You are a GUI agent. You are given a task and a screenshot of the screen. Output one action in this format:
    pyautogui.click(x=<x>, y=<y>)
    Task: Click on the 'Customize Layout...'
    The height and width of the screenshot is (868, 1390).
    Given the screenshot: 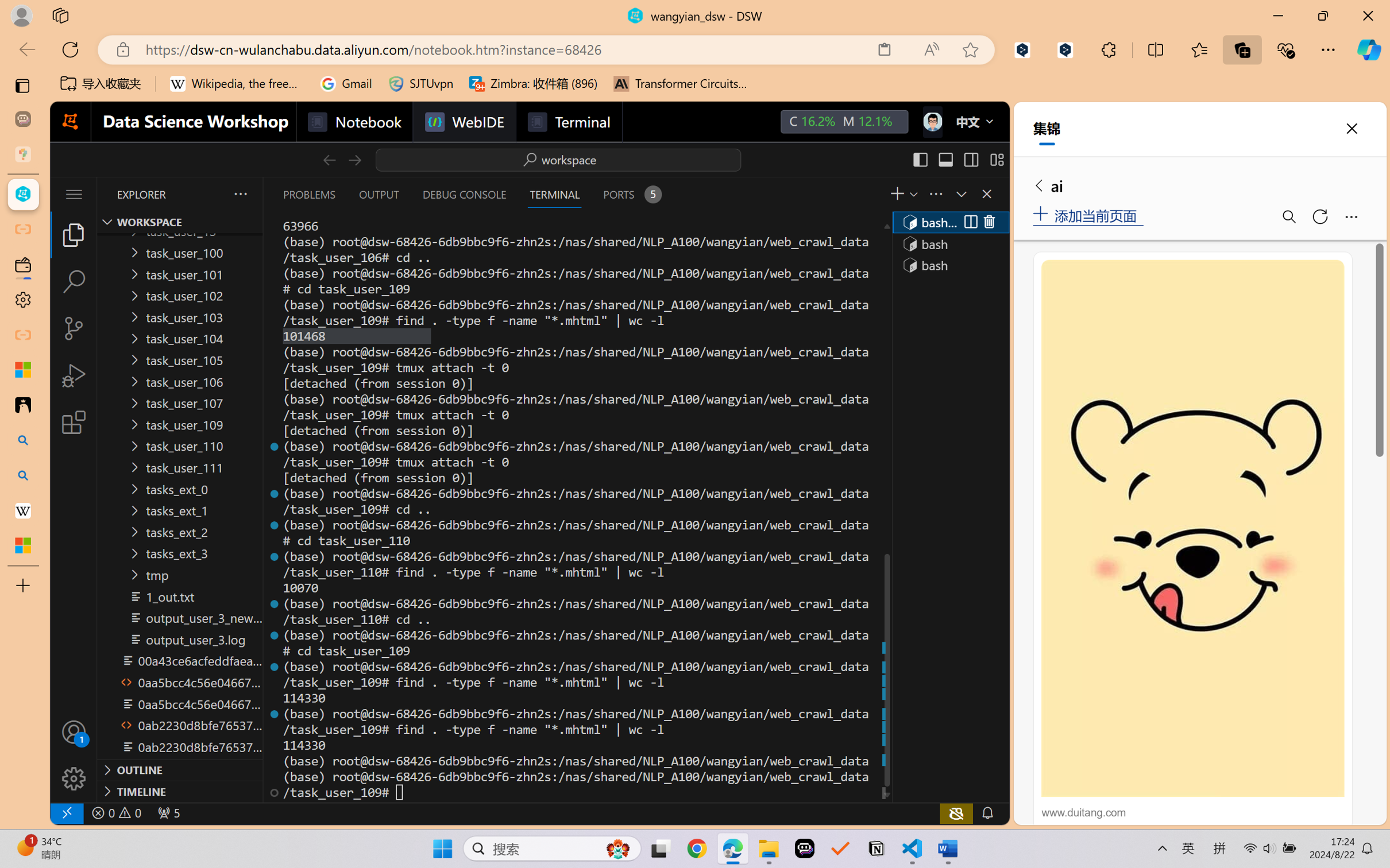 What is the action you would take?
    pyautogui.click(x=996, y=159)
    